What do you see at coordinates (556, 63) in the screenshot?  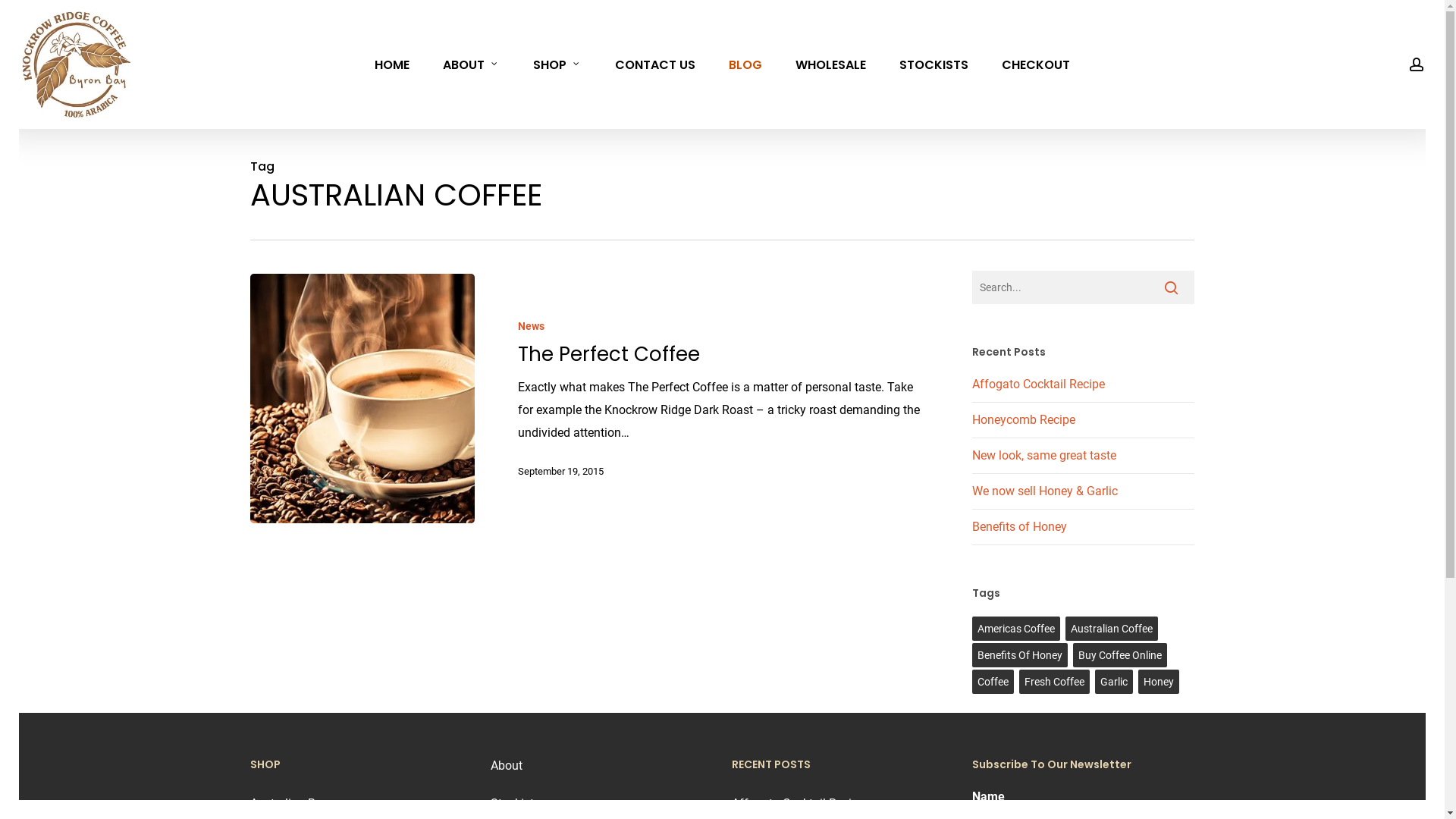 I see `'SHOP'` at bounding box center [556, 63].